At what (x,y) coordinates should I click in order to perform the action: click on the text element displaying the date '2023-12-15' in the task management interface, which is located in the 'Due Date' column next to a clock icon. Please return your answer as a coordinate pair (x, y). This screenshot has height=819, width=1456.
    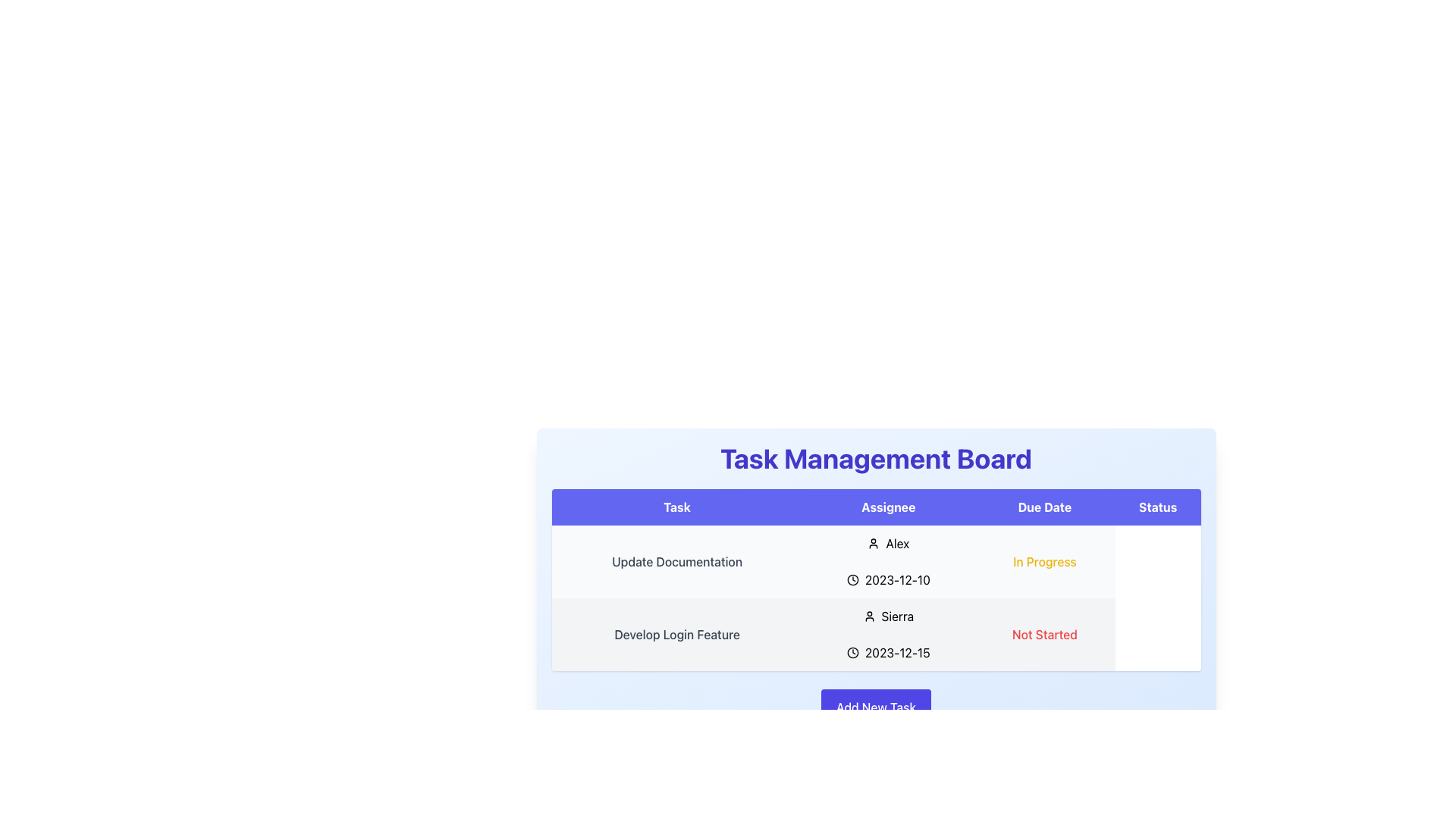
    Looking at the image, I should click on (897, 651).